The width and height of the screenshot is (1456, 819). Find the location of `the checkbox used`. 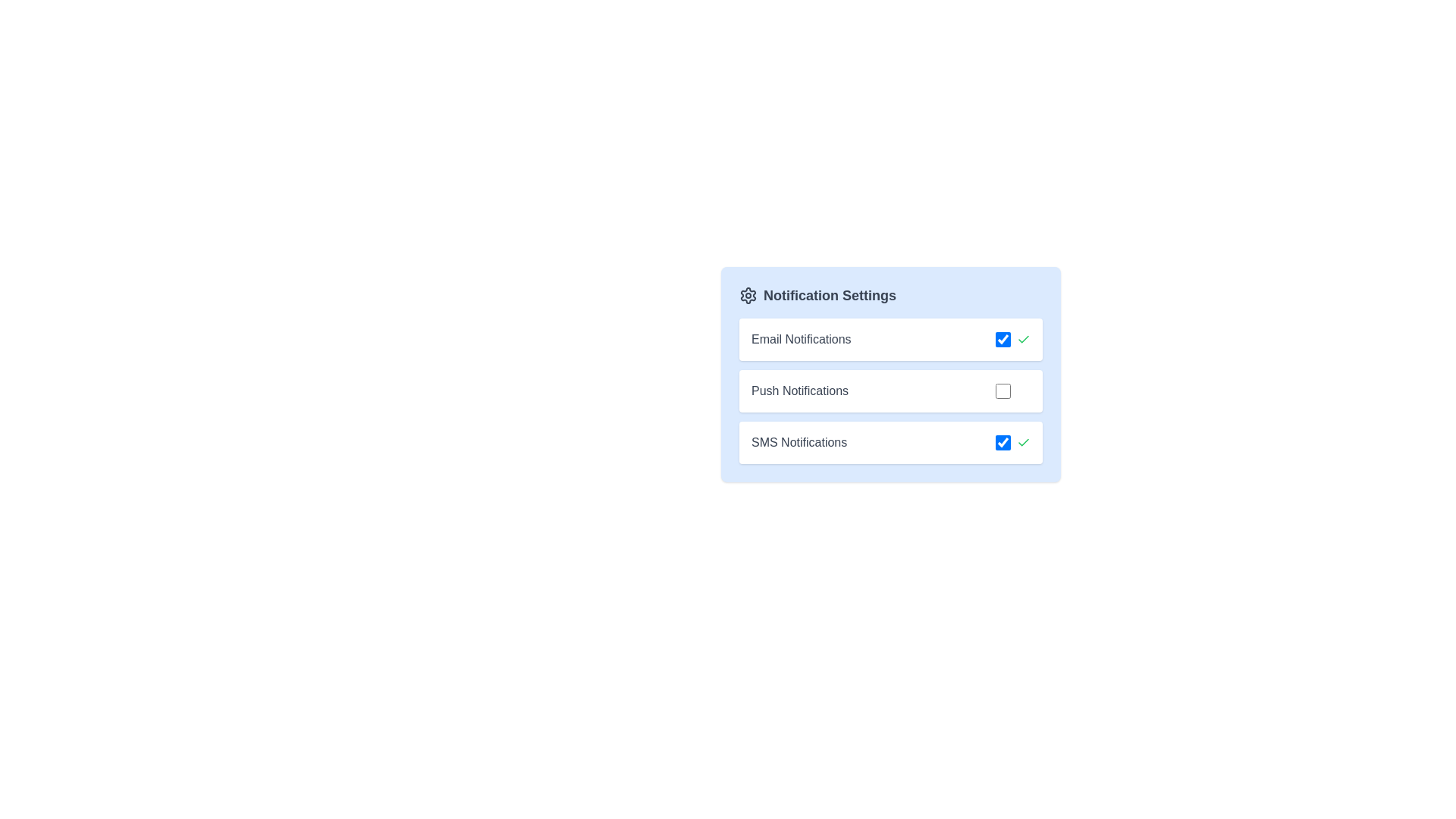

the checkbox used is located at coordinates (1003, 442).